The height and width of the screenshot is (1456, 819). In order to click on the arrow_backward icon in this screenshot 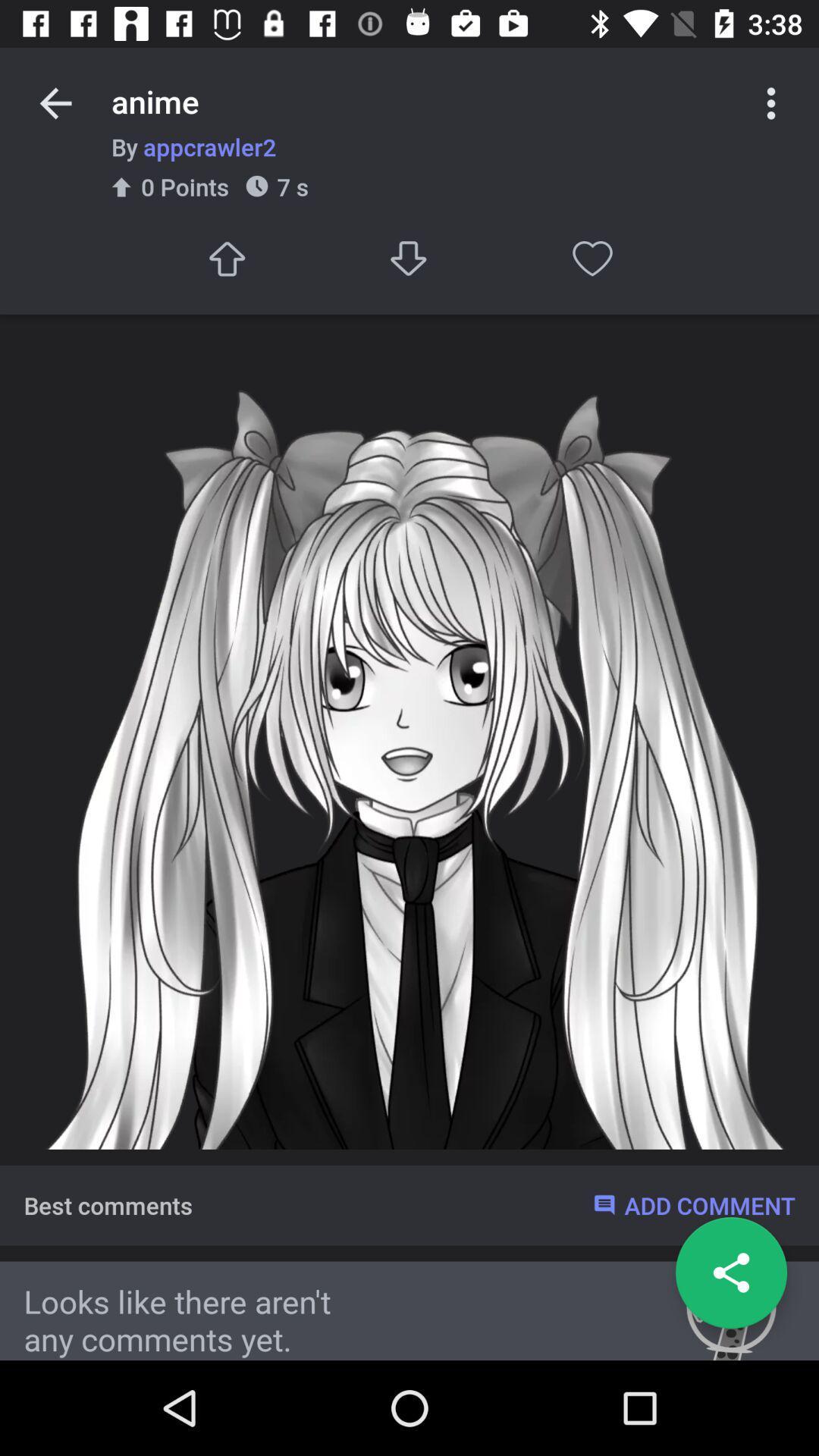, I will do `click(55, 102)`.